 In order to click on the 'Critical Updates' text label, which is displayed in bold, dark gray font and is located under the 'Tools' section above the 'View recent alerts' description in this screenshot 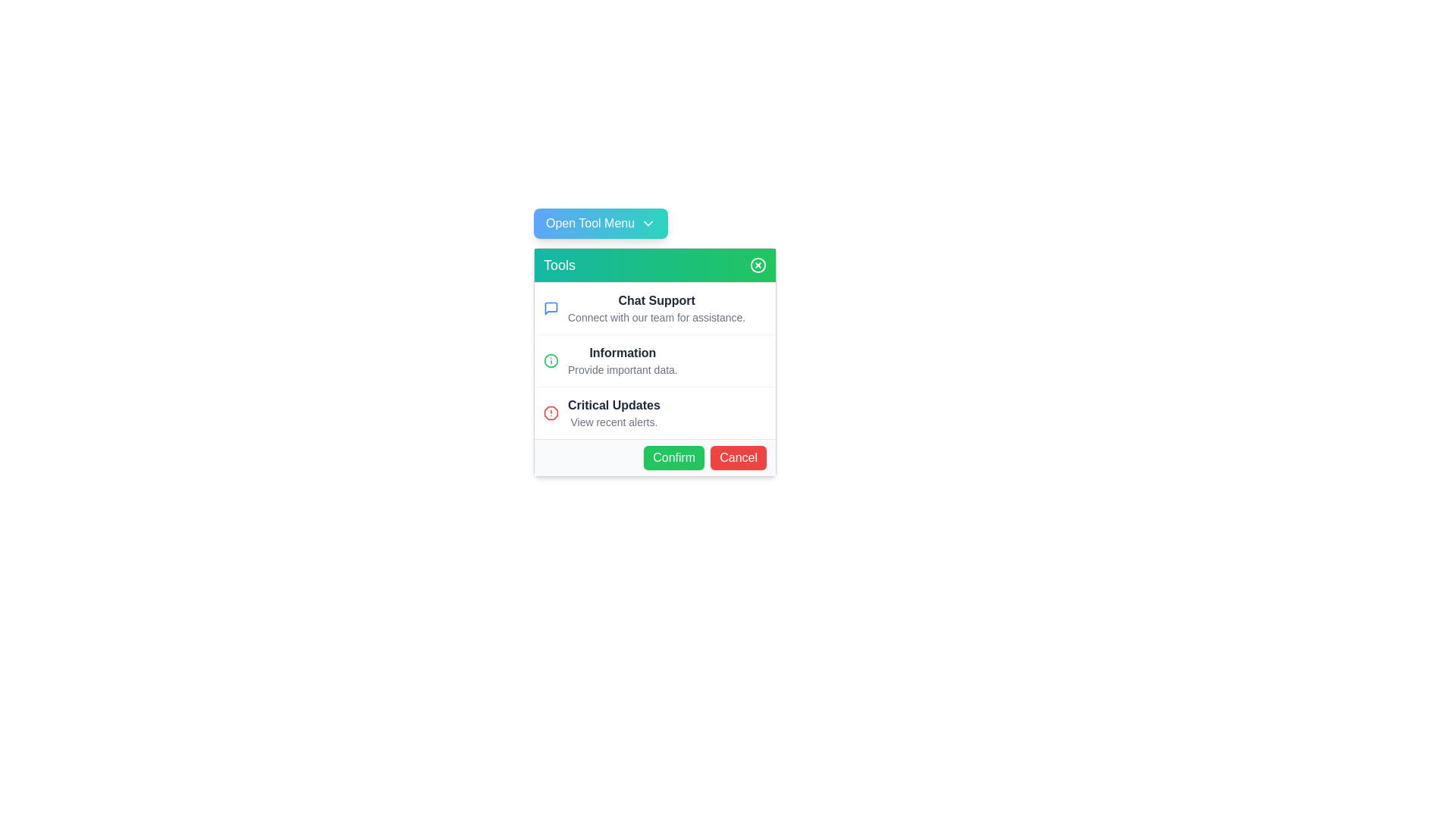, I will do `click(613, 405)`.